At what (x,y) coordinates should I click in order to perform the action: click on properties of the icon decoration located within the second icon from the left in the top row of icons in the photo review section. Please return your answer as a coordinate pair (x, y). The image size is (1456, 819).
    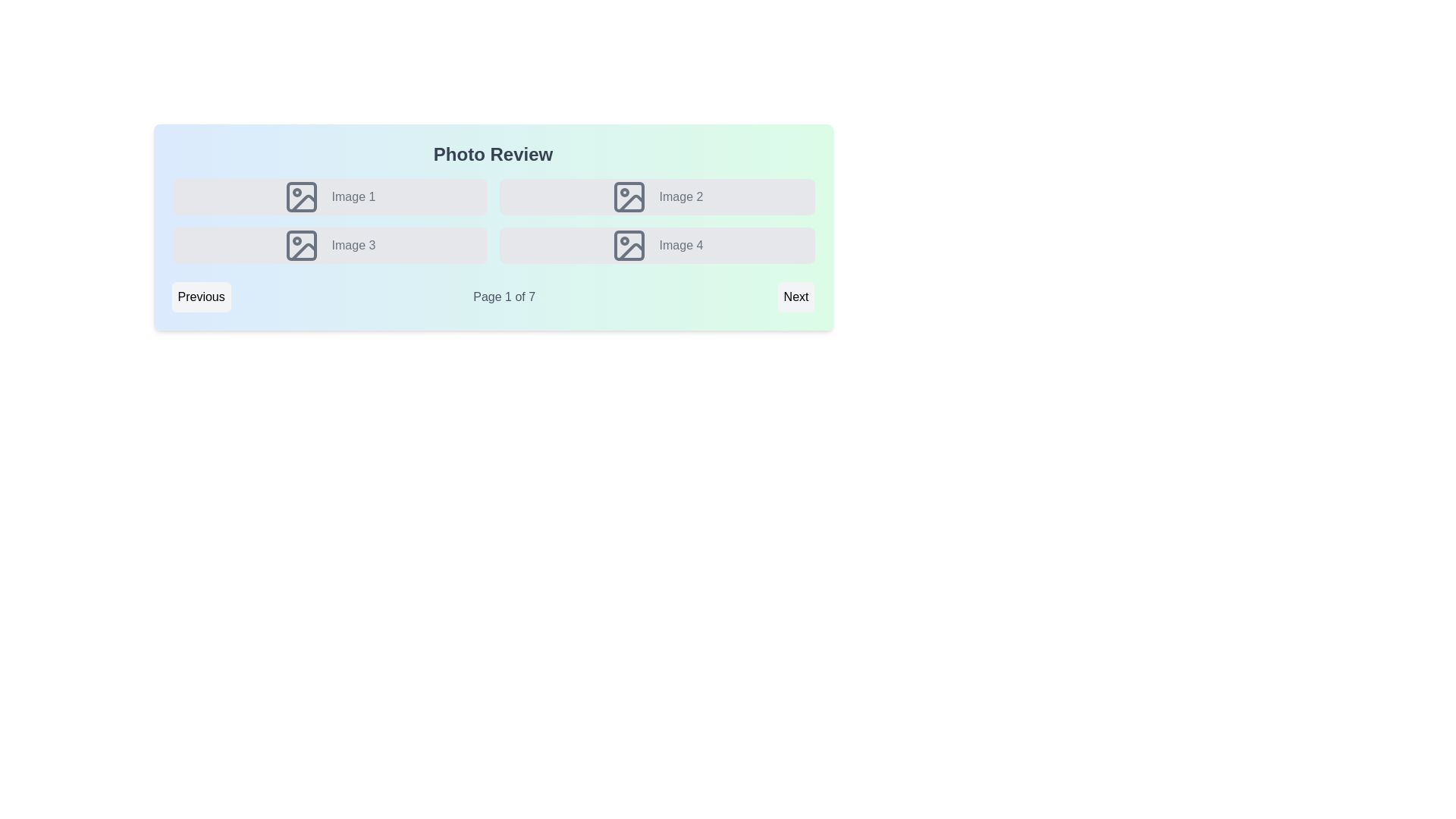
    Looking at the image, I should click on (631, 202).